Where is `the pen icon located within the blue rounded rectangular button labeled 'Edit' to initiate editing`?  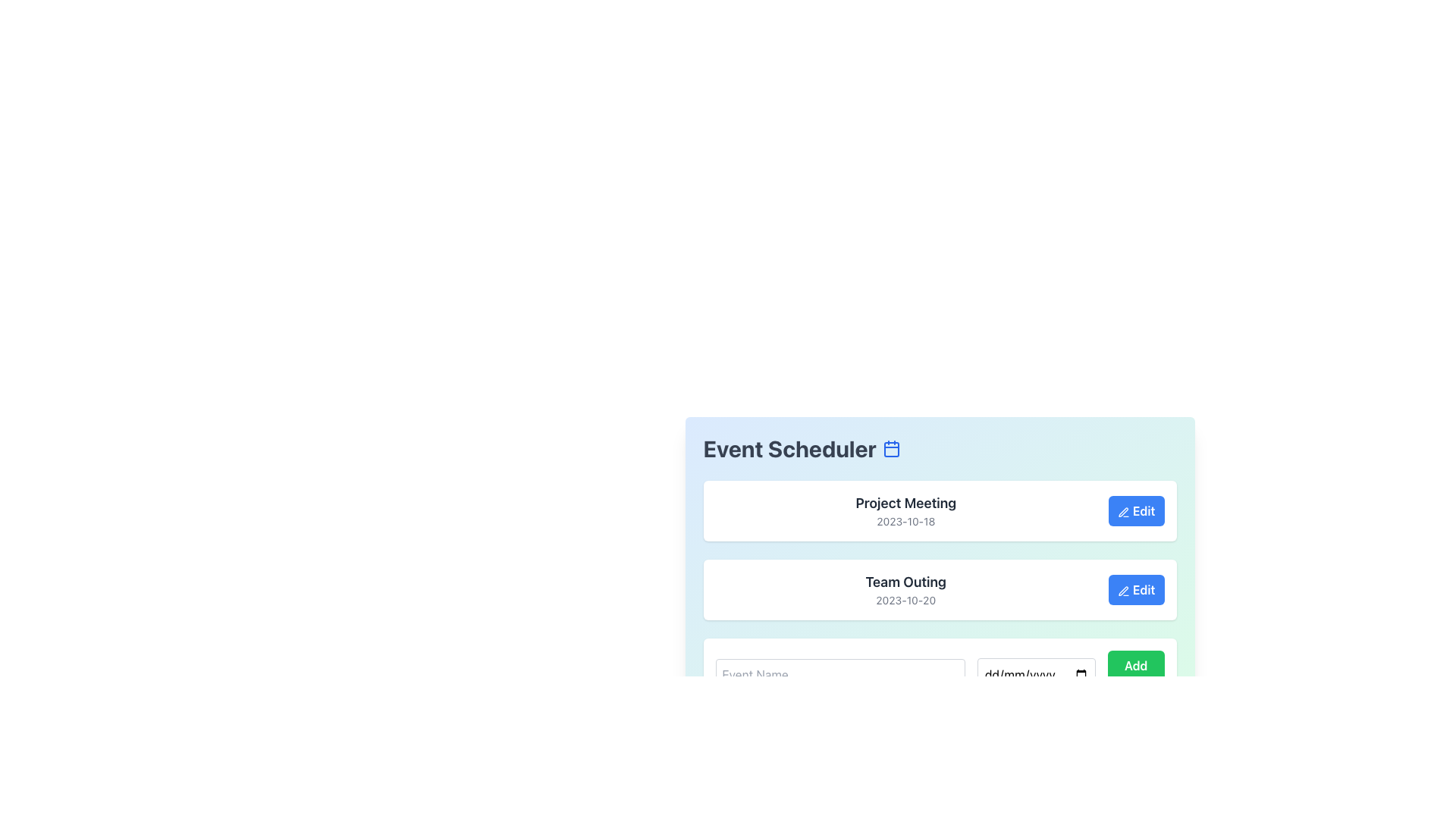 the pen icon located within the blue rounded rectangular button labeled 'Edit' to initiate editing is located at coordinates (1124, 590).